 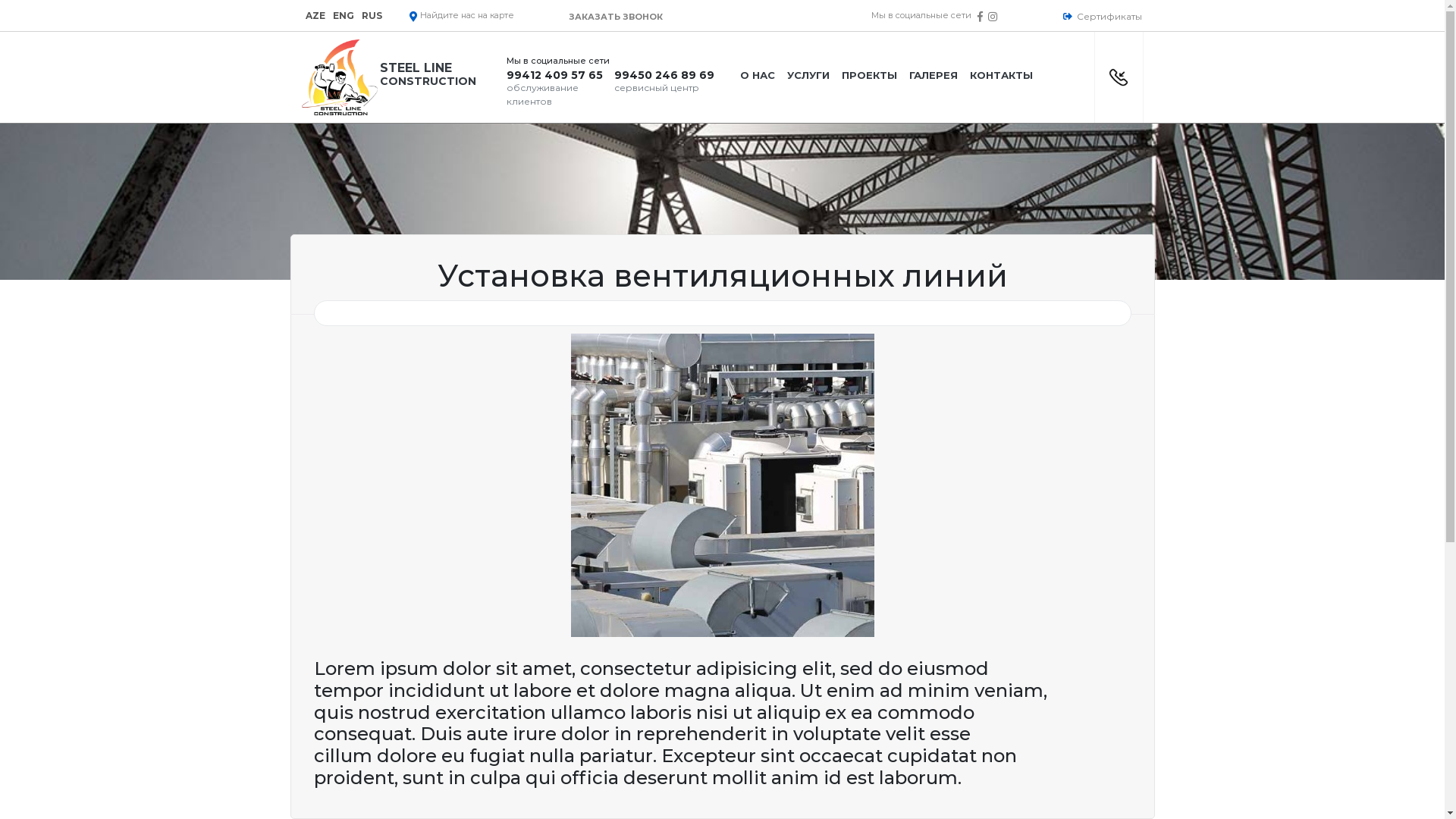 I want to click on 'AZE', so click(x=313, y=15).